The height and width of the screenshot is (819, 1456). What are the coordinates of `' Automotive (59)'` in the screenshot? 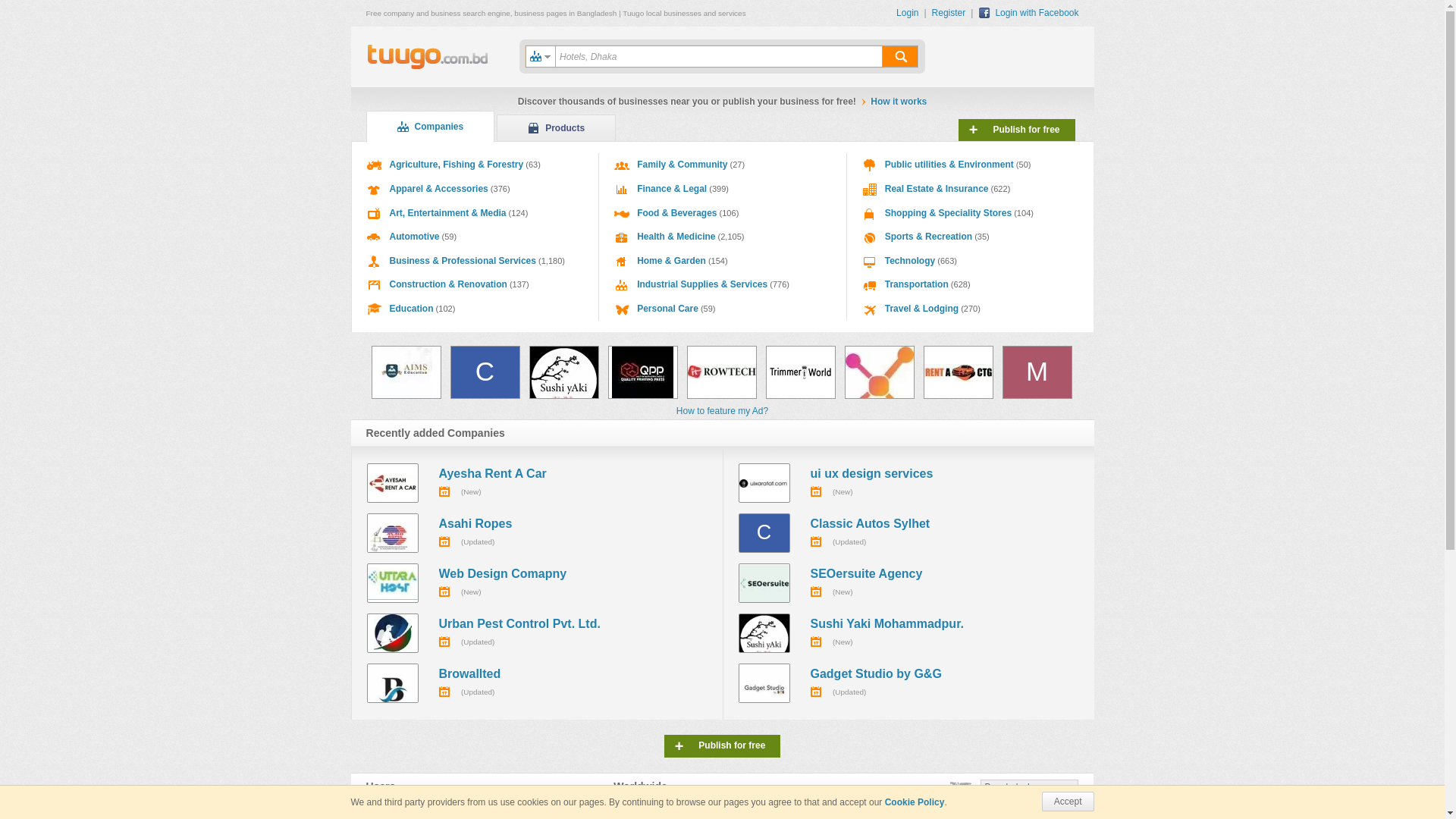 It's located at (475, 237).